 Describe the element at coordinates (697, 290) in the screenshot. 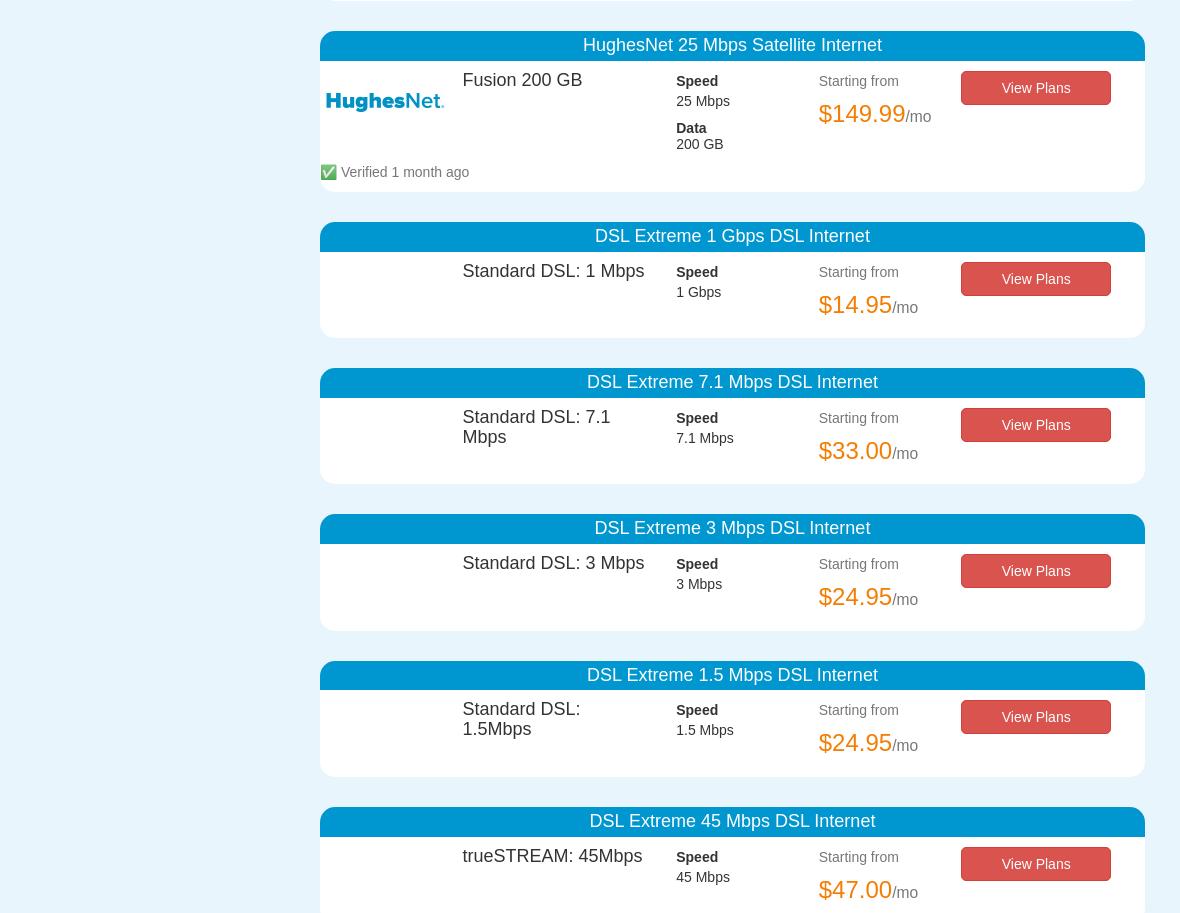

I see `'1 Gbps'` at that location.